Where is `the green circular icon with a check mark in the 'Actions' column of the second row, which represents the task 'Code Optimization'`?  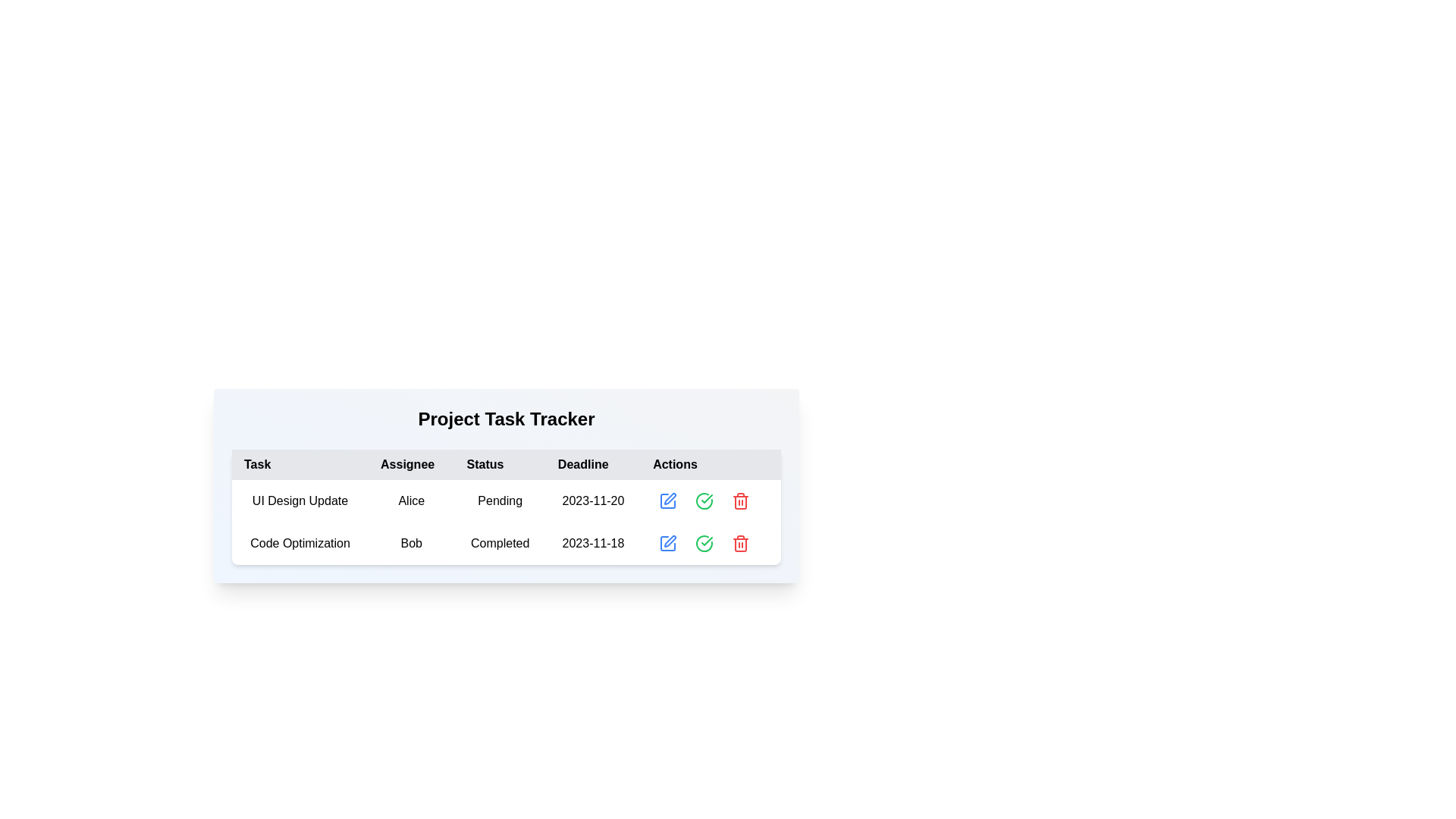
the green circular icon with a check mark in the 'Actions' column of the second row, which represents the task 'Code Optimization' is located at coordinates (704, 500).